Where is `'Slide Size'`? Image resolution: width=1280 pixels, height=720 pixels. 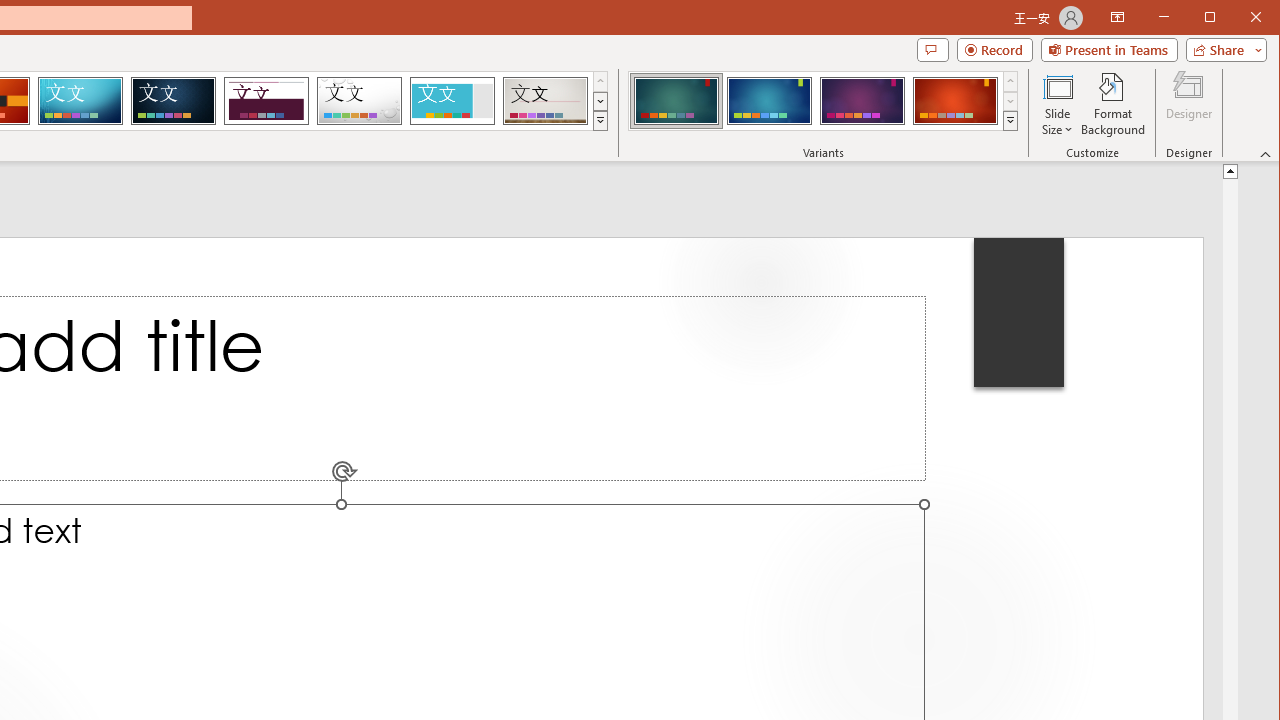 'Slide Size' is located at coordinates (1056, 104).